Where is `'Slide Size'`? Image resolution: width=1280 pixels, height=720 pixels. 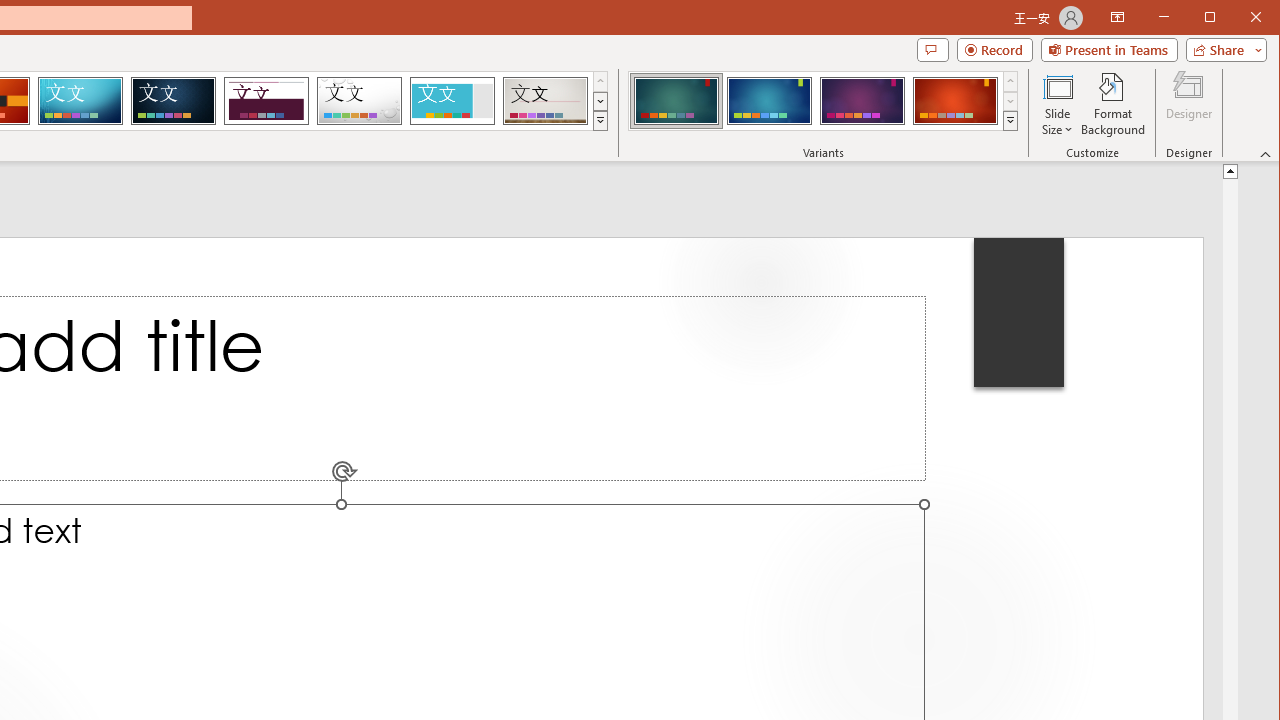 'Slide Size' is located at coordinates (1056, 104).